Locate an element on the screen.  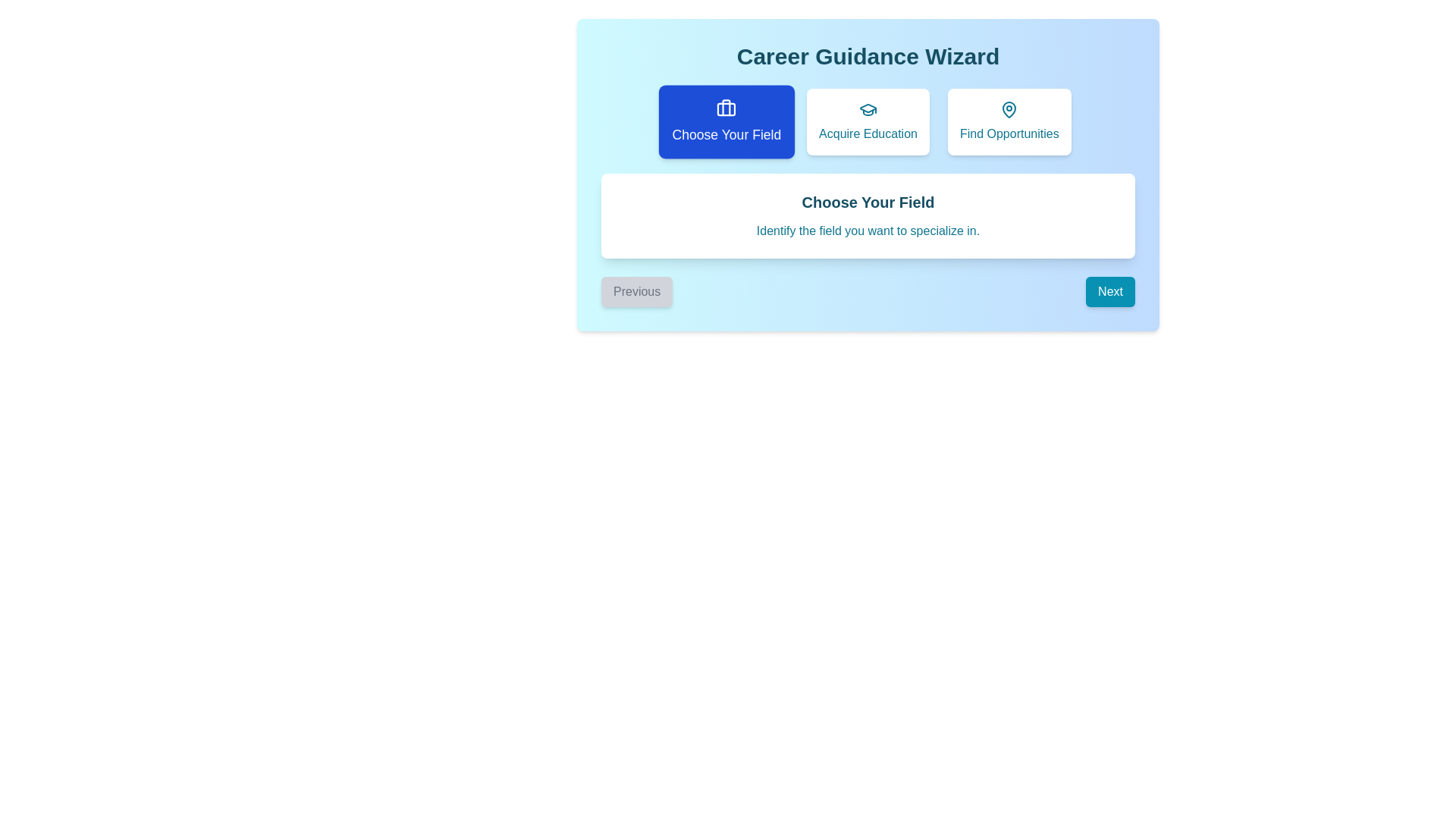
the triangular-shaped graduation cap icon located at the top-center of the 'Acquire Education' box within the group of three boxes is located at coordinates (868, 107).